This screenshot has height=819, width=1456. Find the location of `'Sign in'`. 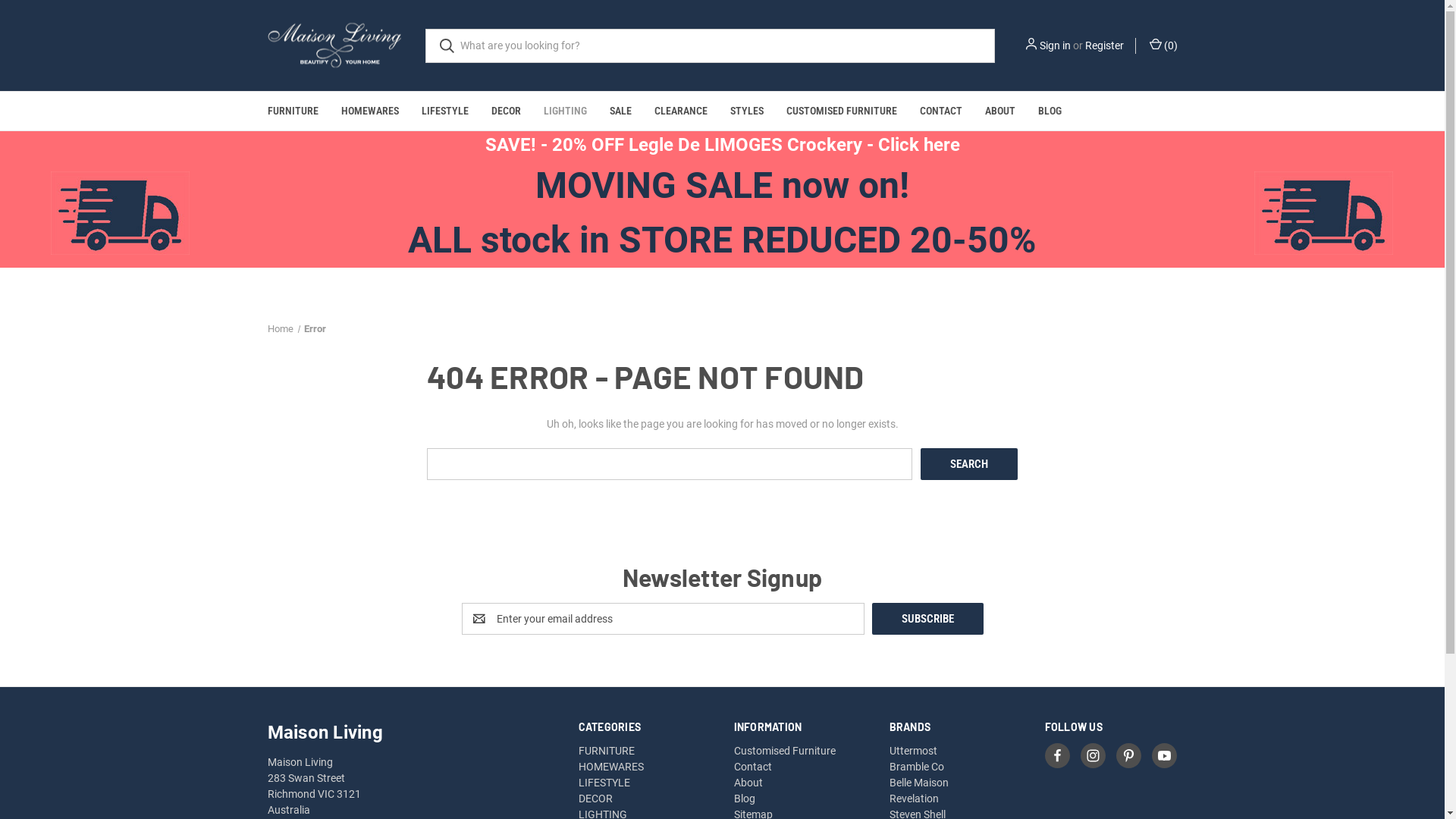

'Sign in' is located at coordinates (1053, 45).